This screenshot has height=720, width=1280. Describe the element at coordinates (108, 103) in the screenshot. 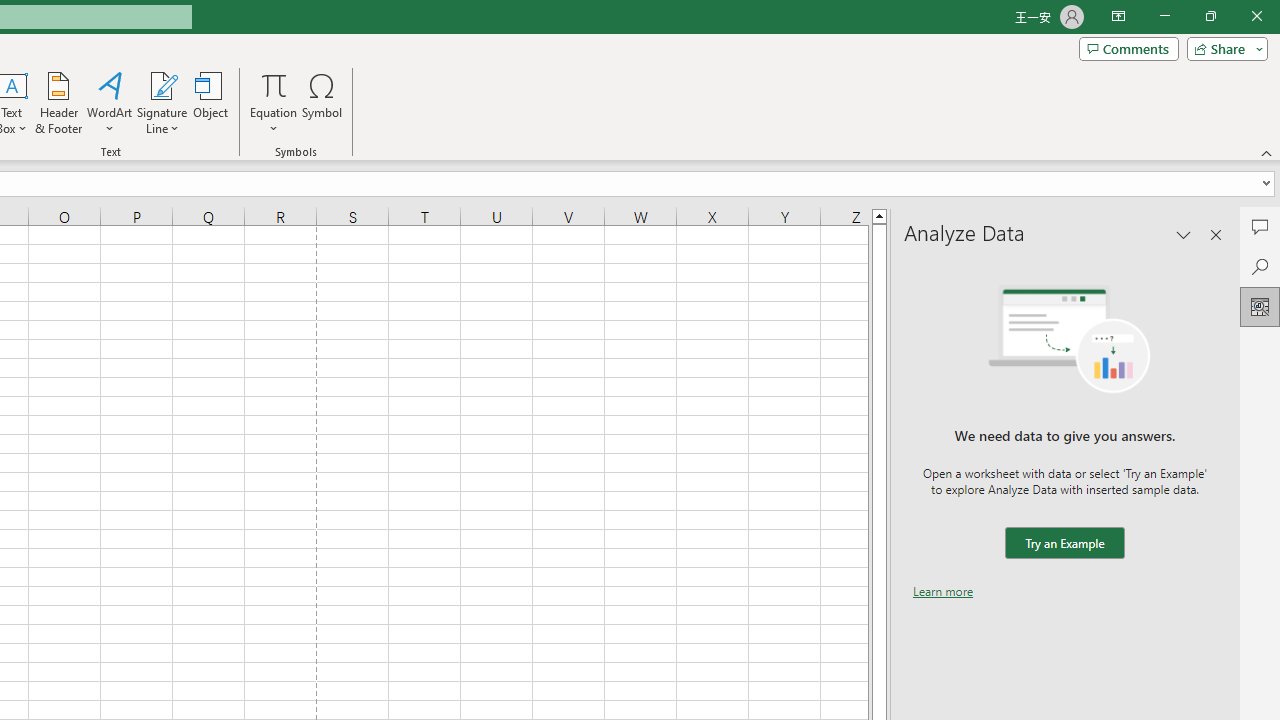

I see `'WordArt'` at that location.